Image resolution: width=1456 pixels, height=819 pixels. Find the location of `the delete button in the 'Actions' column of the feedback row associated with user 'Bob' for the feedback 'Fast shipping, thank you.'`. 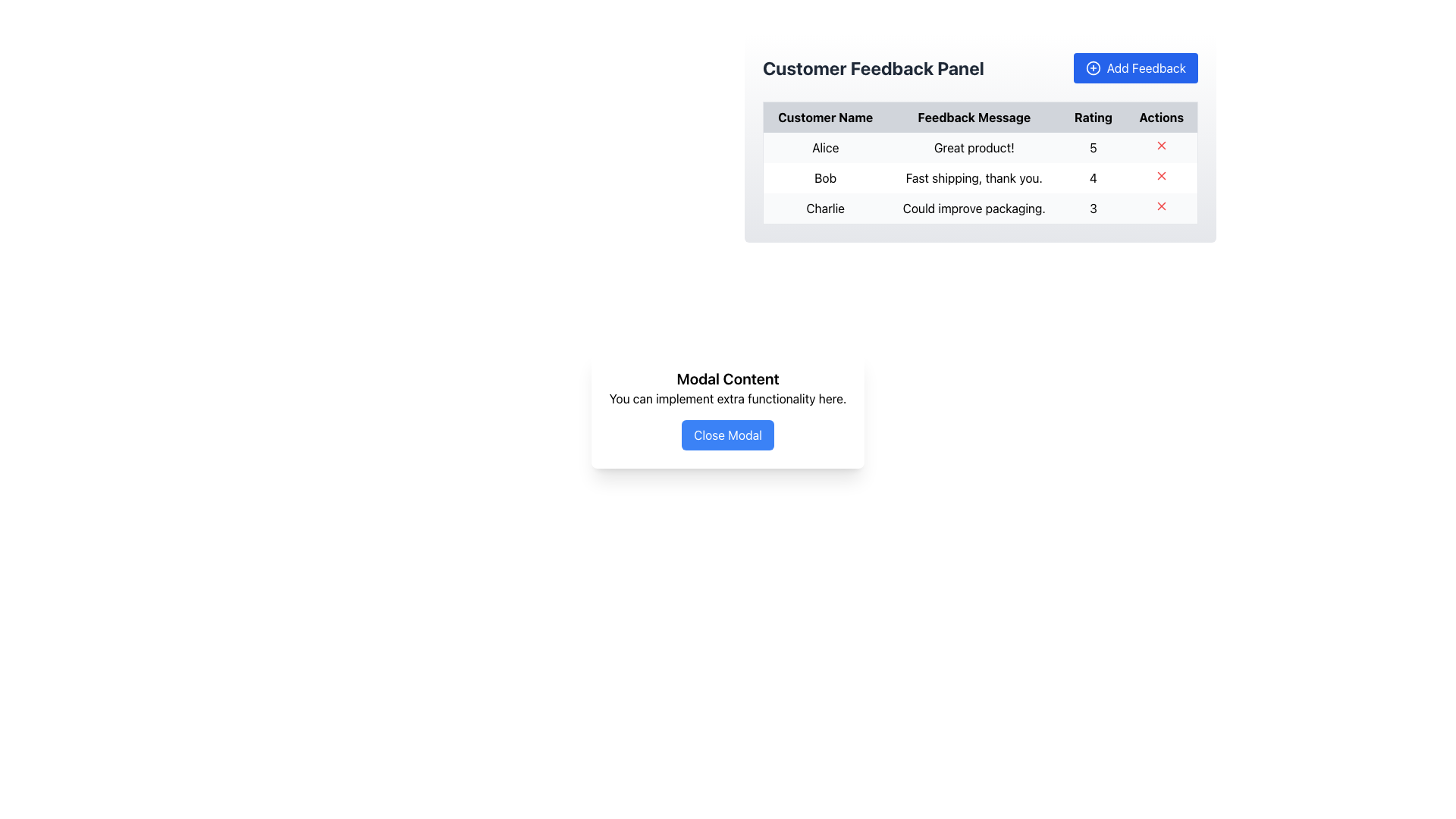

the delete button in the 'Actions' column of the feedback row associated with user 'Bob' for the feedback 'Fast shipping, thank you.' is located at coordinates (1161, 177).